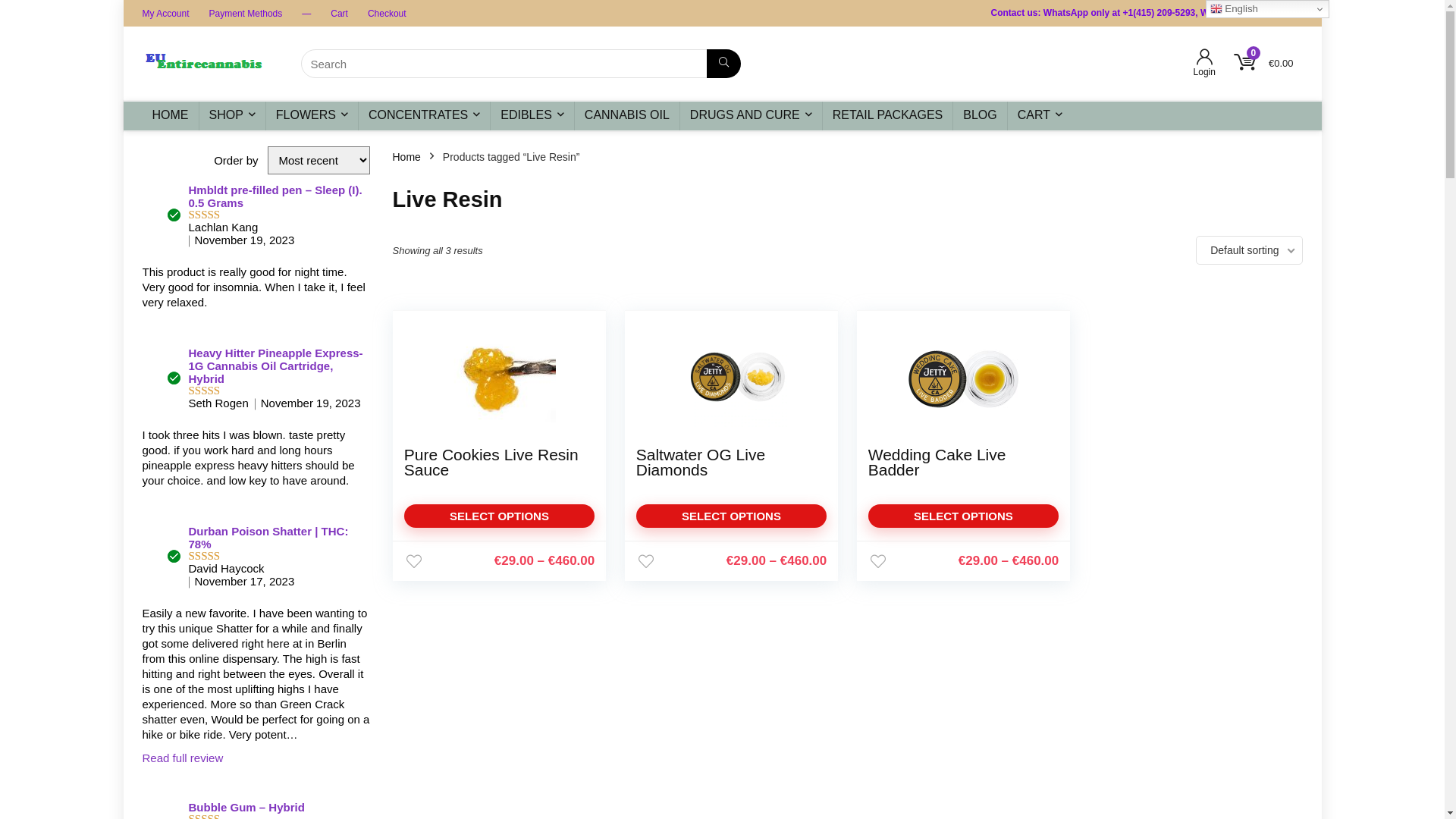 The height and width of the screenshot is (819, 1456). What do you see at coordinates (182, 758) in the screenshot?
I see `'Read full review'` at bounding box center [182, 758].